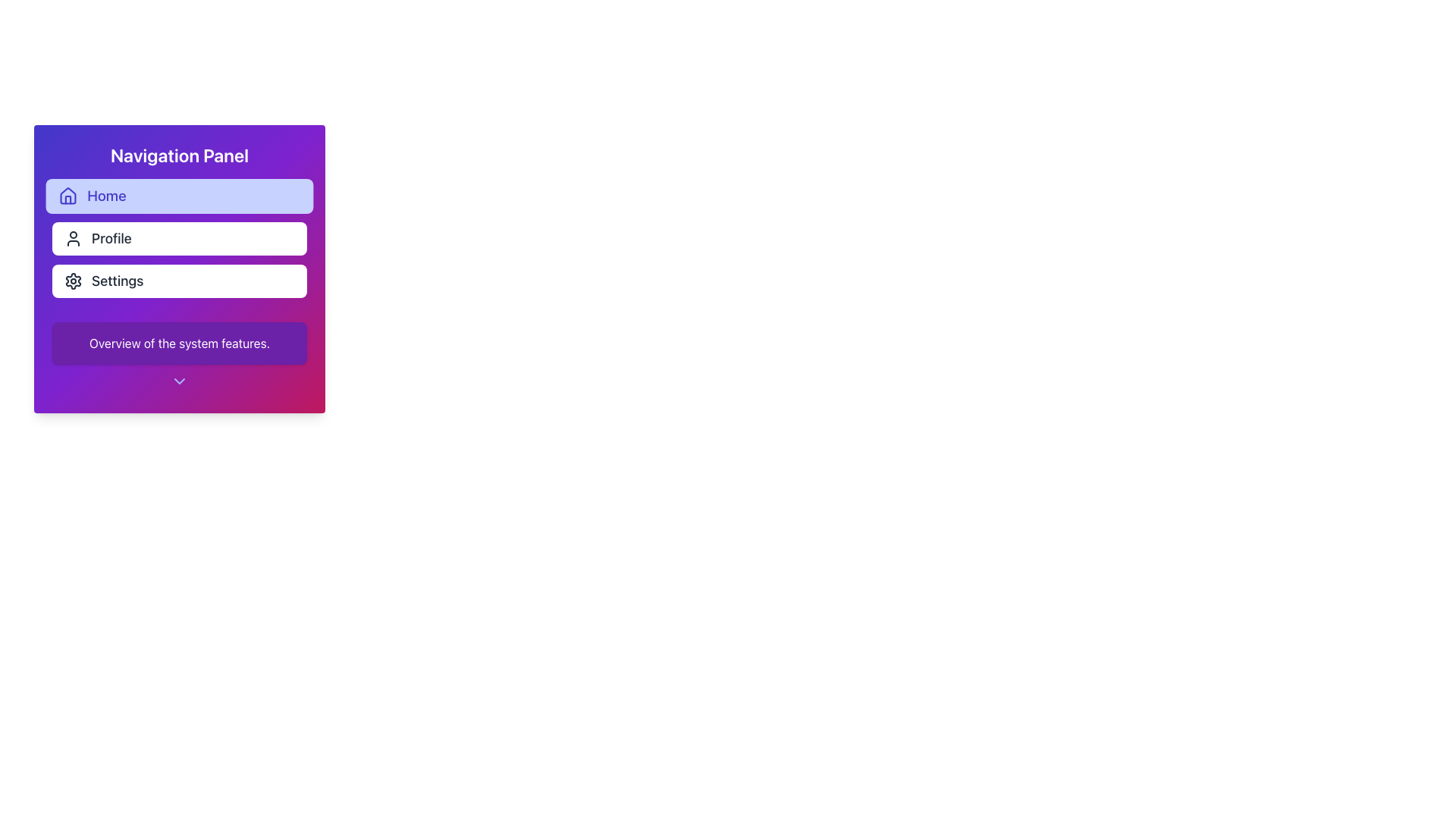  I want to click on the Descriptive Text Box located at the bottom of the Navigation Panel, below the Settings button, so click(179, 343).